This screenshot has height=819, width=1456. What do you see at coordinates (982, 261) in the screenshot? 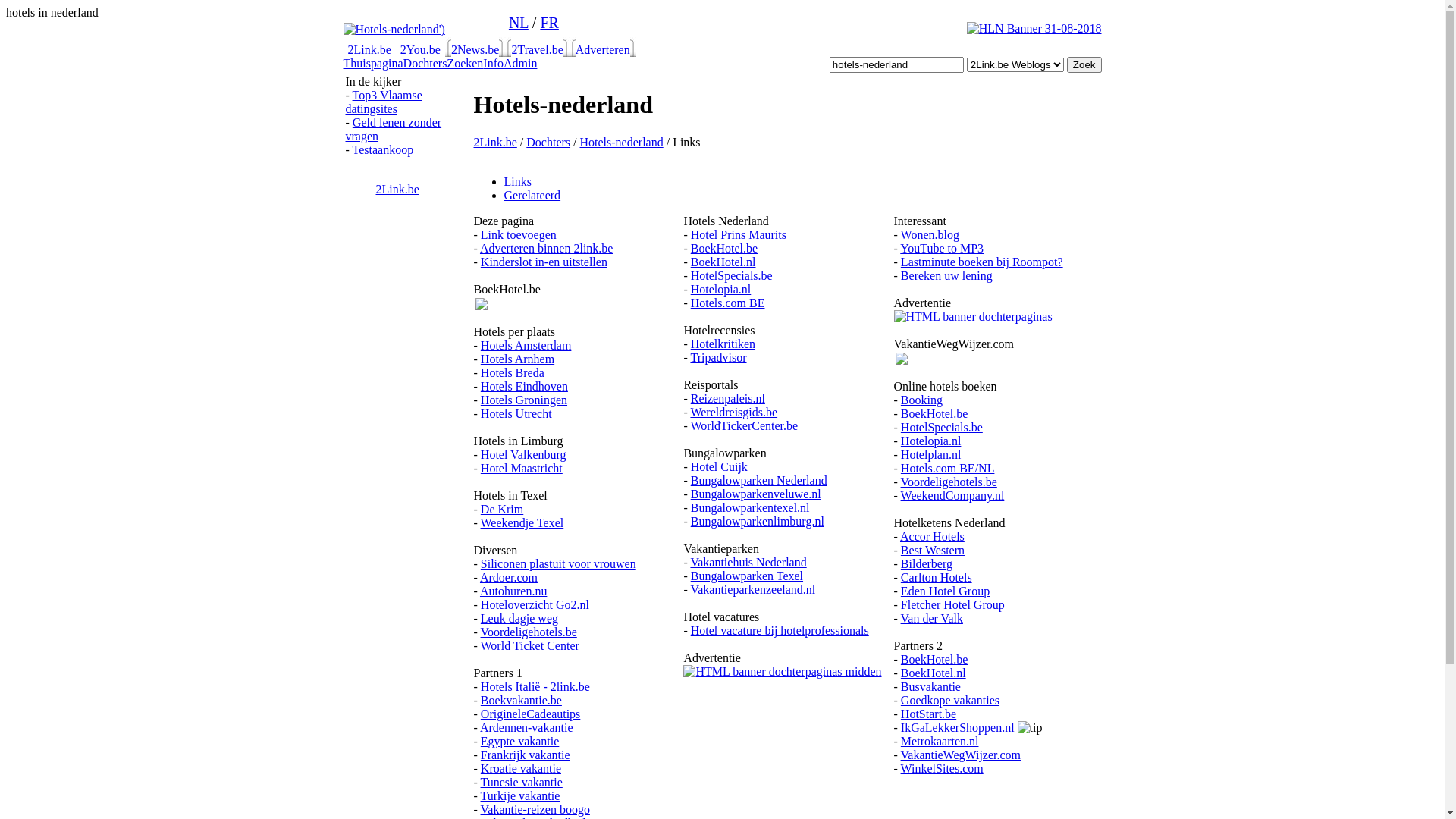
I see `'Lastminute boeken bij Roompot?'` at bounding box center [982, 261].